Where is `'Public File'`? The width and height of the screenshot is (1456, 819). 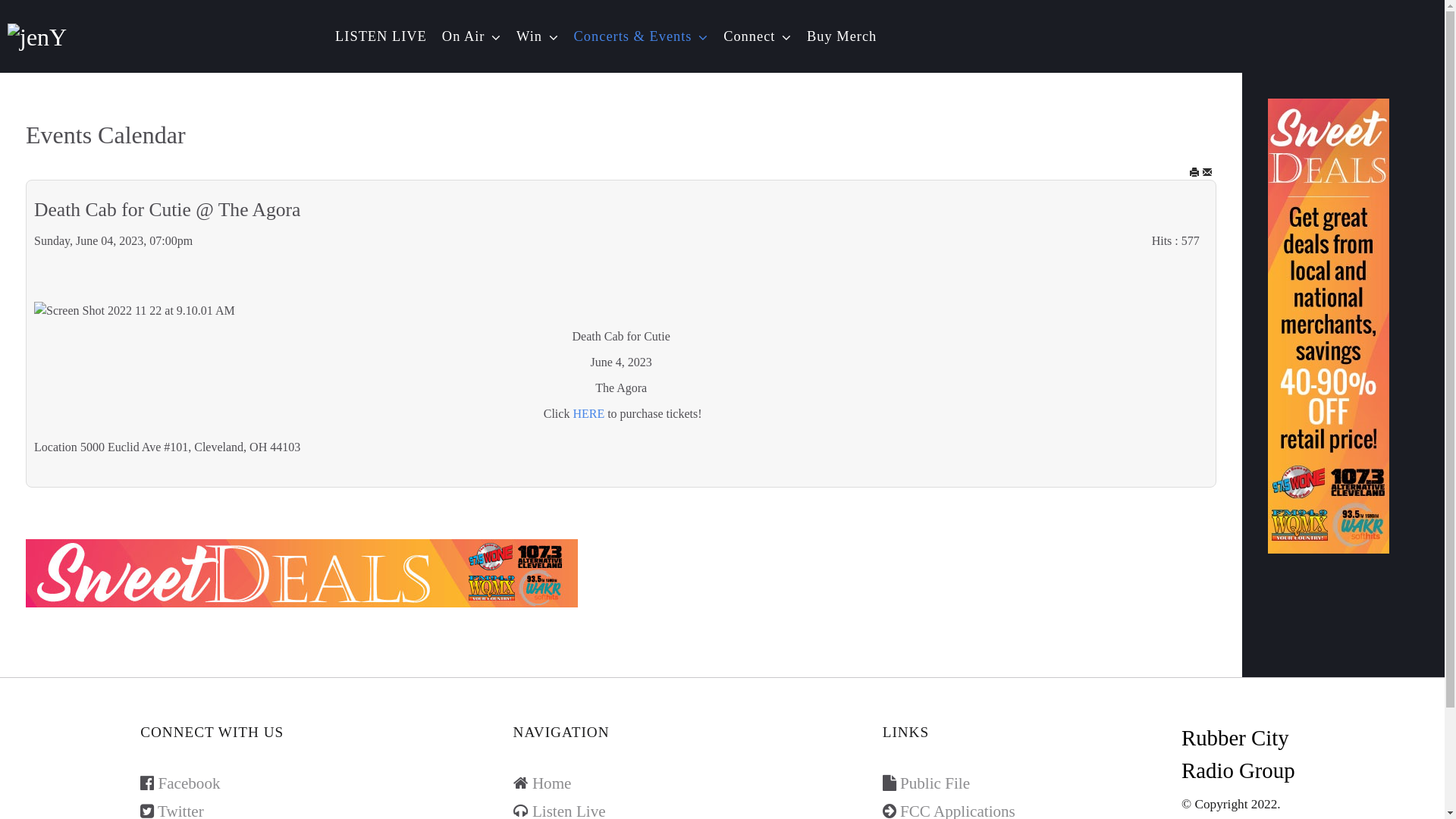 'Public File' is located at coordinates (899, 783).